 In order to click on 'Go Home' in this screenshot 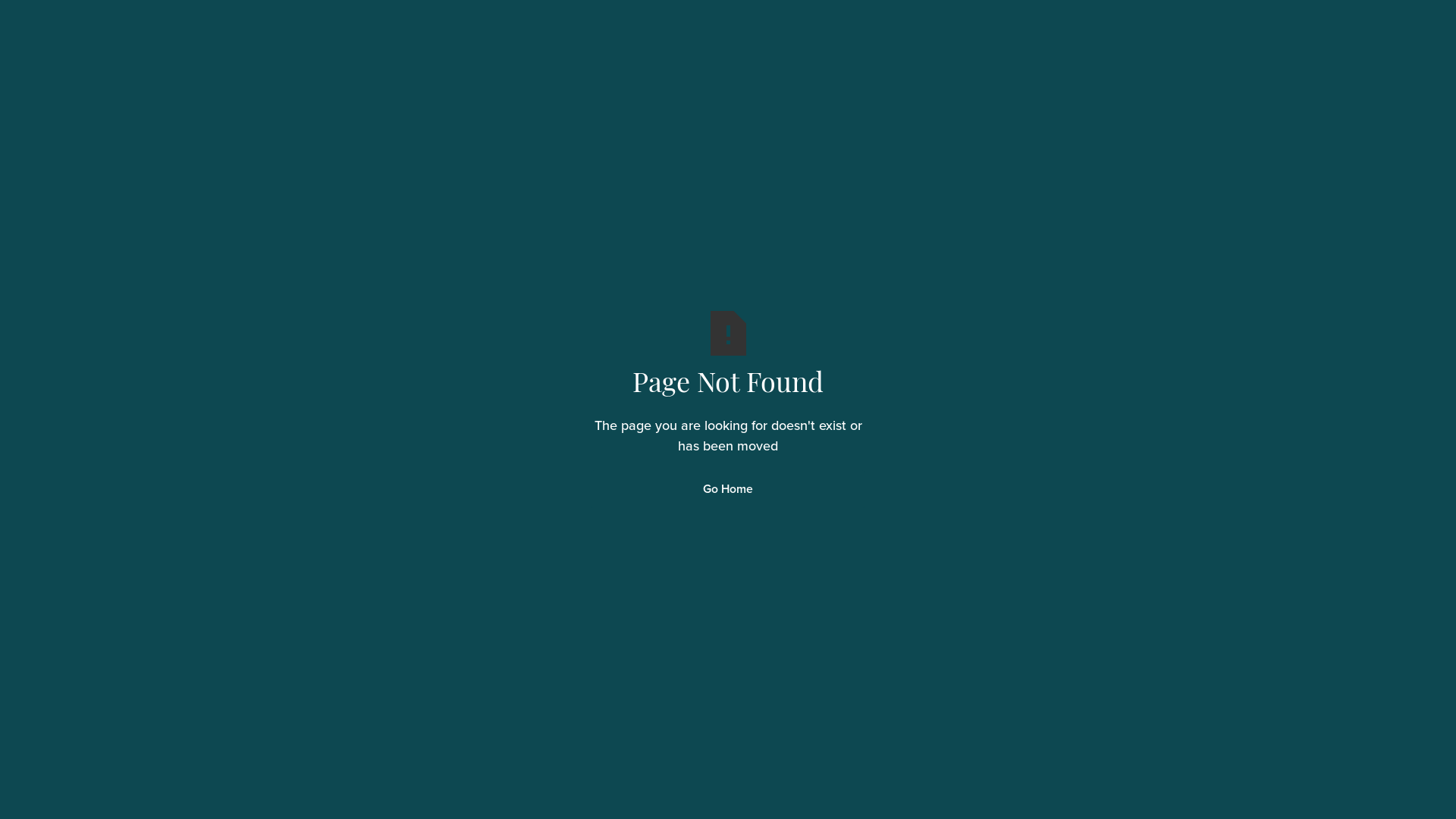, I will do `click(728, 489)`.